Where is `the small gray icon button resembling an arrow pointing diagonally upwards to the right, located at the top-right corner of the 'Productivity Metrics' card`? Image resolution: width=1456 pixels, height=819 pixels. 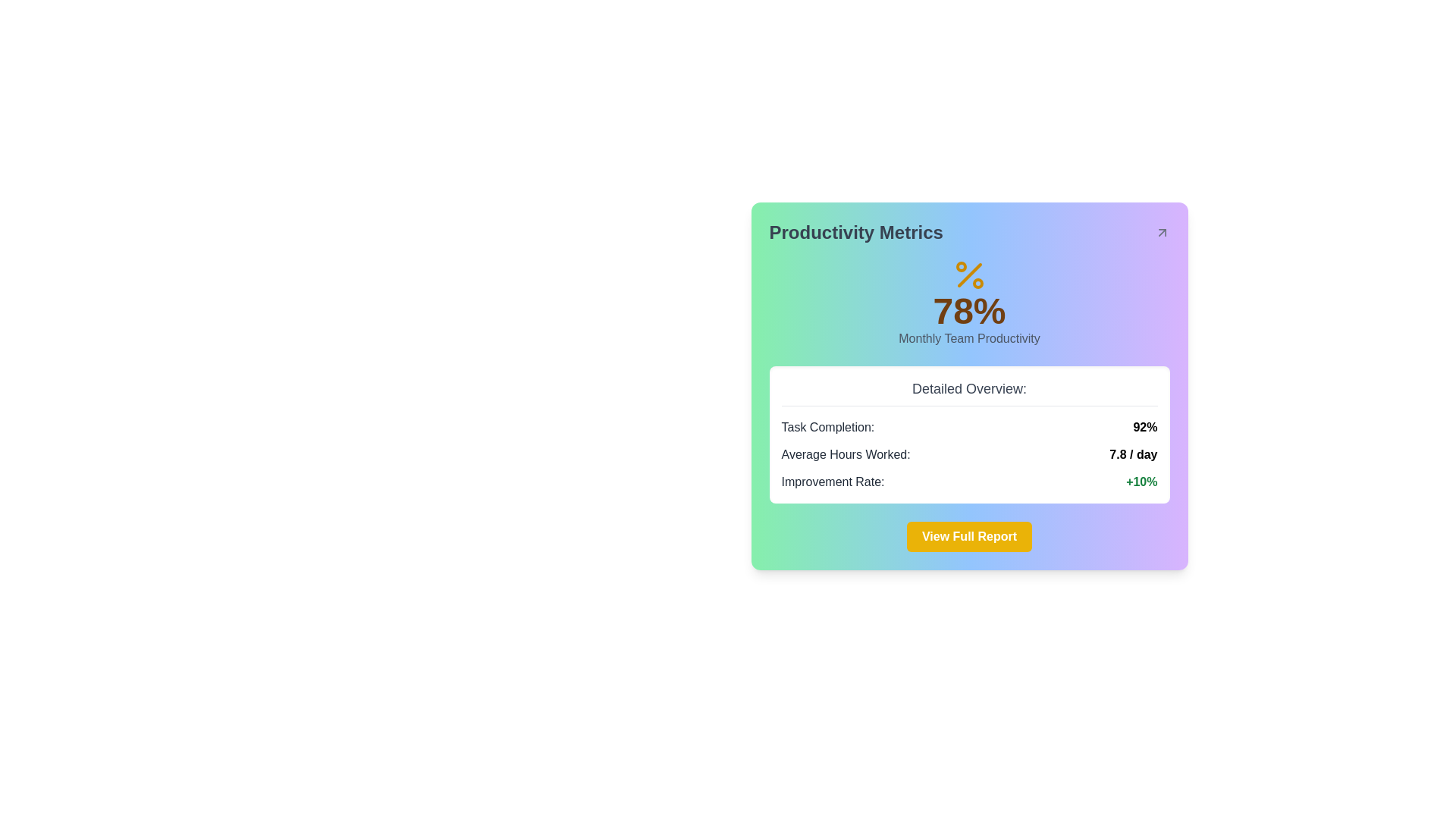
the small gray icon button resembling an arrow pointing diagonally upwards to the right, located at the top-right corner of the 'Productivity Metrics' card is located at coordinates (1161, 233).